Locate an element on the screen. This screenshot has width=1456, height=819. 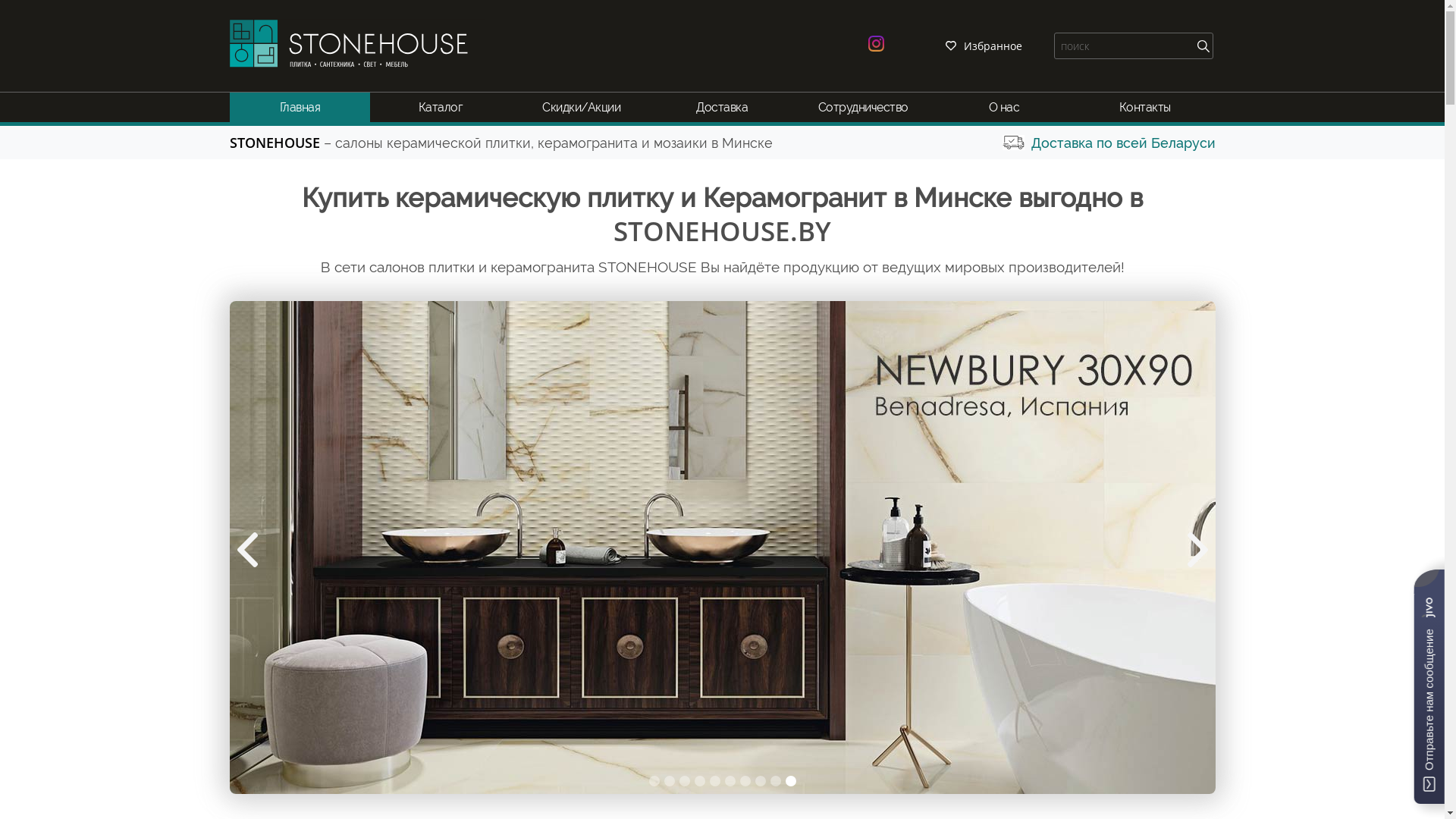
'6' is located at coordinates (723, 780).